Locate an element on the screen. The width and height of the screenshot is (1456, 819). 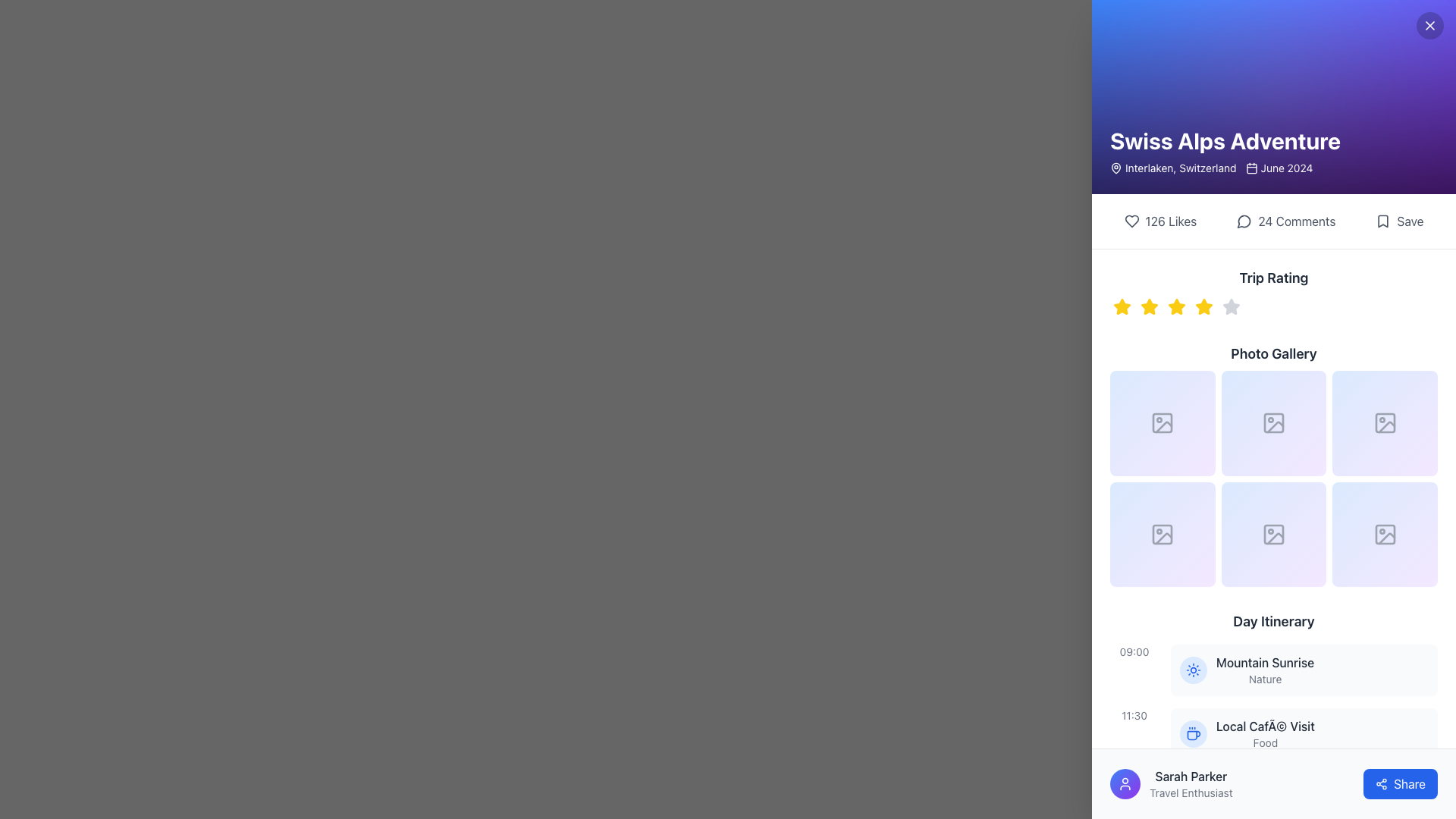
the user profile information element located is located at coordinates (1170, 783).